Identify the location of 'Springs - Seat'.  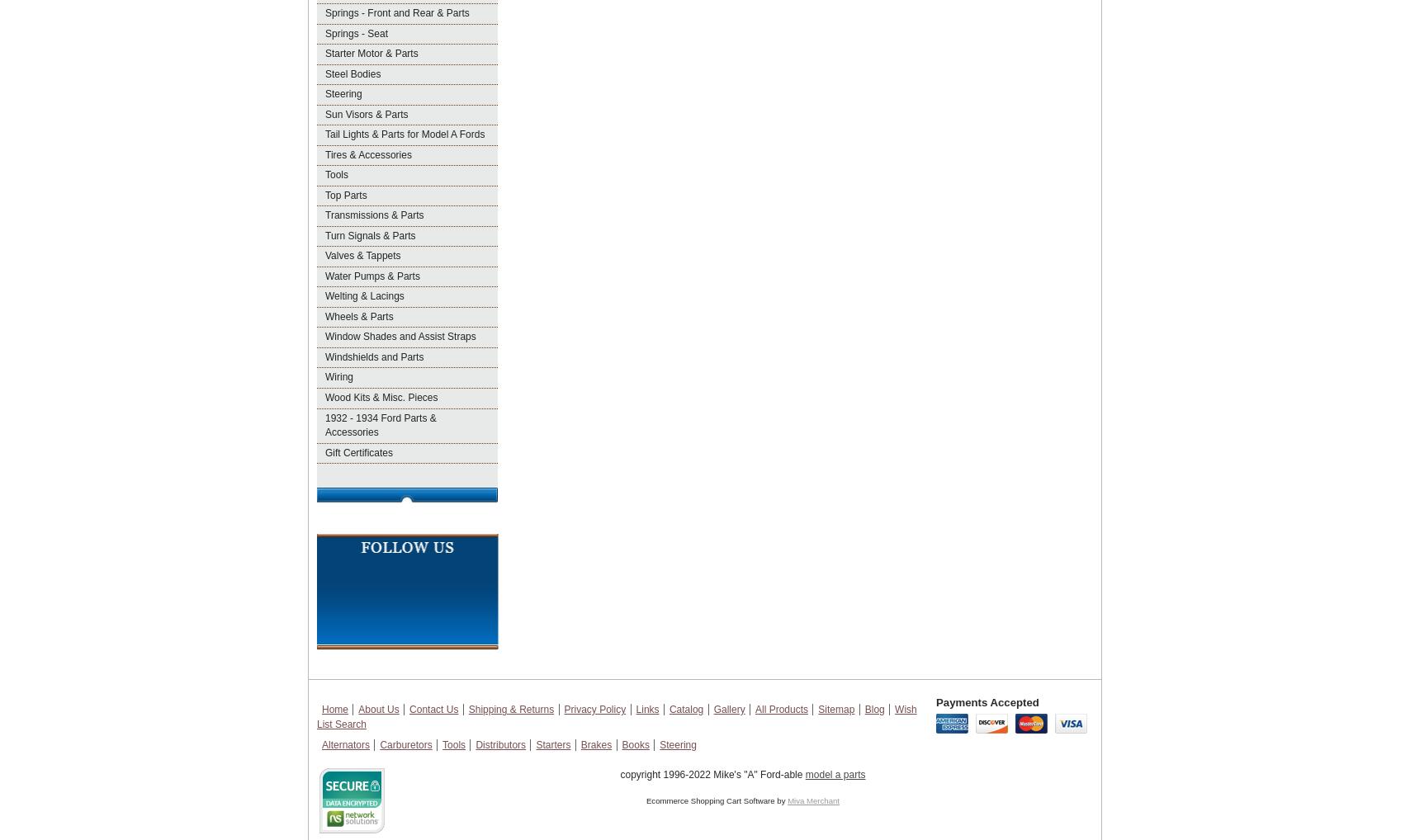
(356, 32).